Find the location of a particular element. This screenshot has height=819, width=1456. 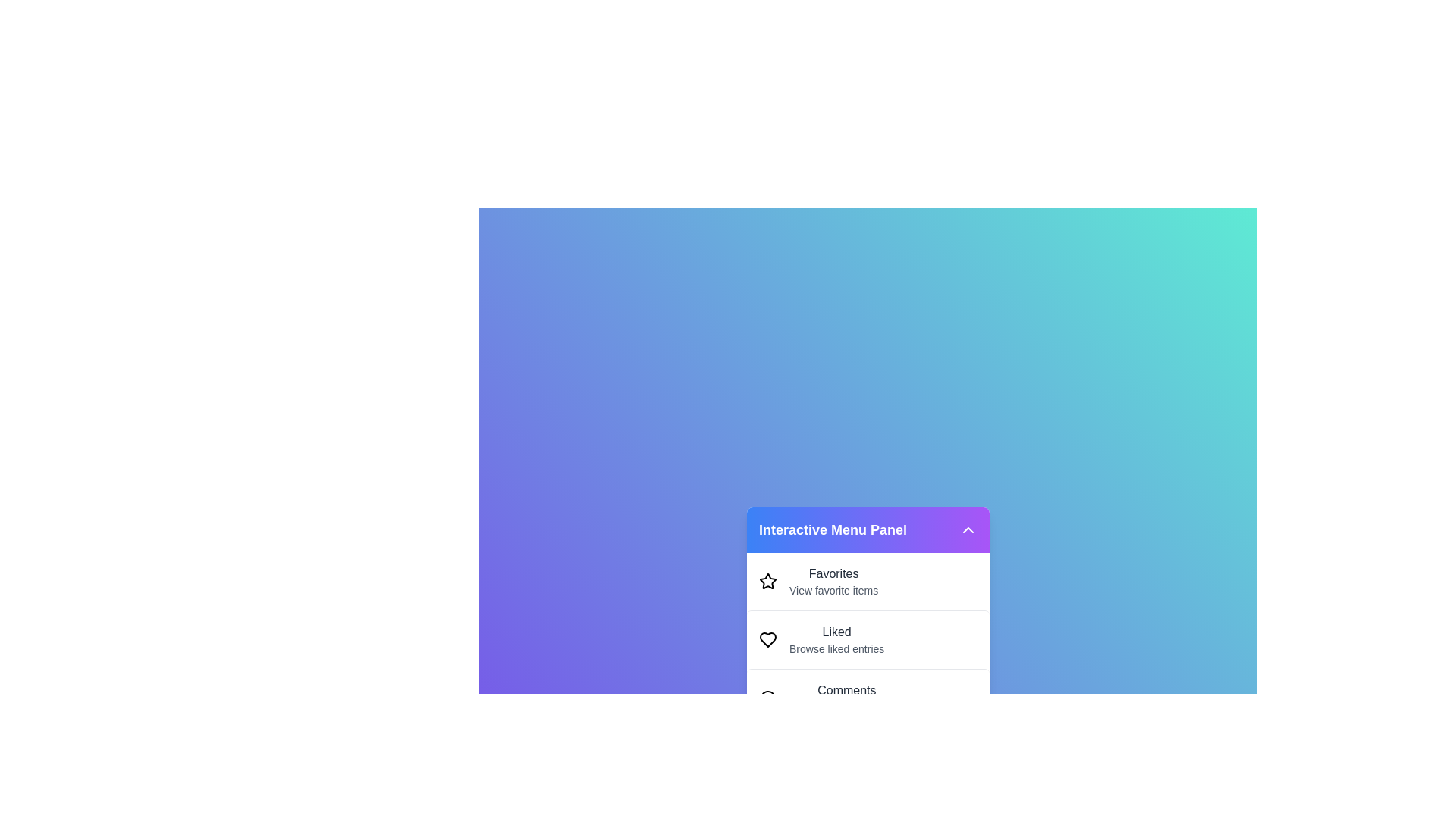

the menu item Comments to preview its highlight effect is located at coordinates (868, 698).